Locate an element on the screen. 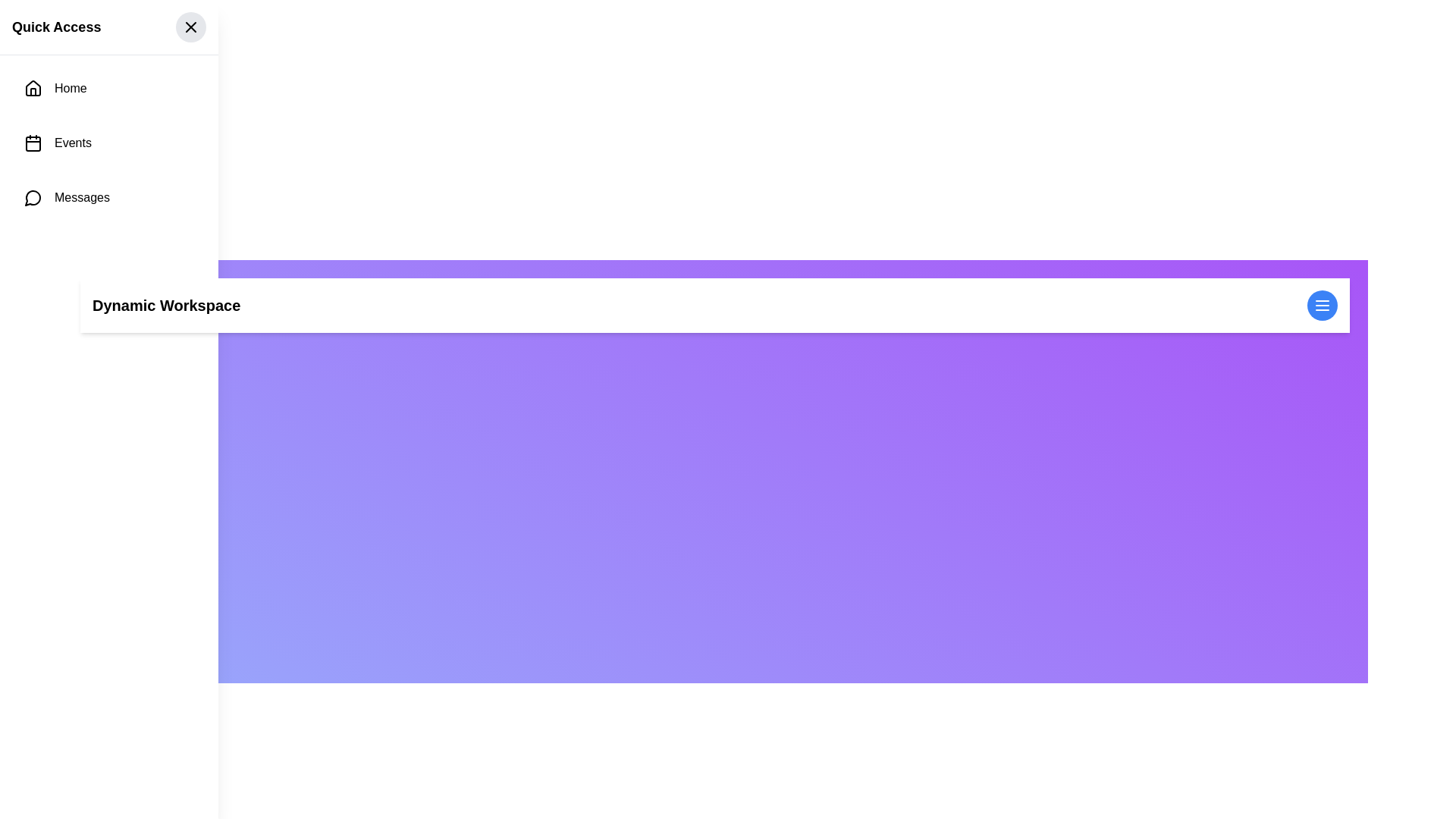 Image resolution: width=1456 pixels, height=819 pixels. the Close button icon, which is a diagonal cross icon on a circular light gray background located in the top-right corner of the sidebar interface is located at coordinates (190, 27).